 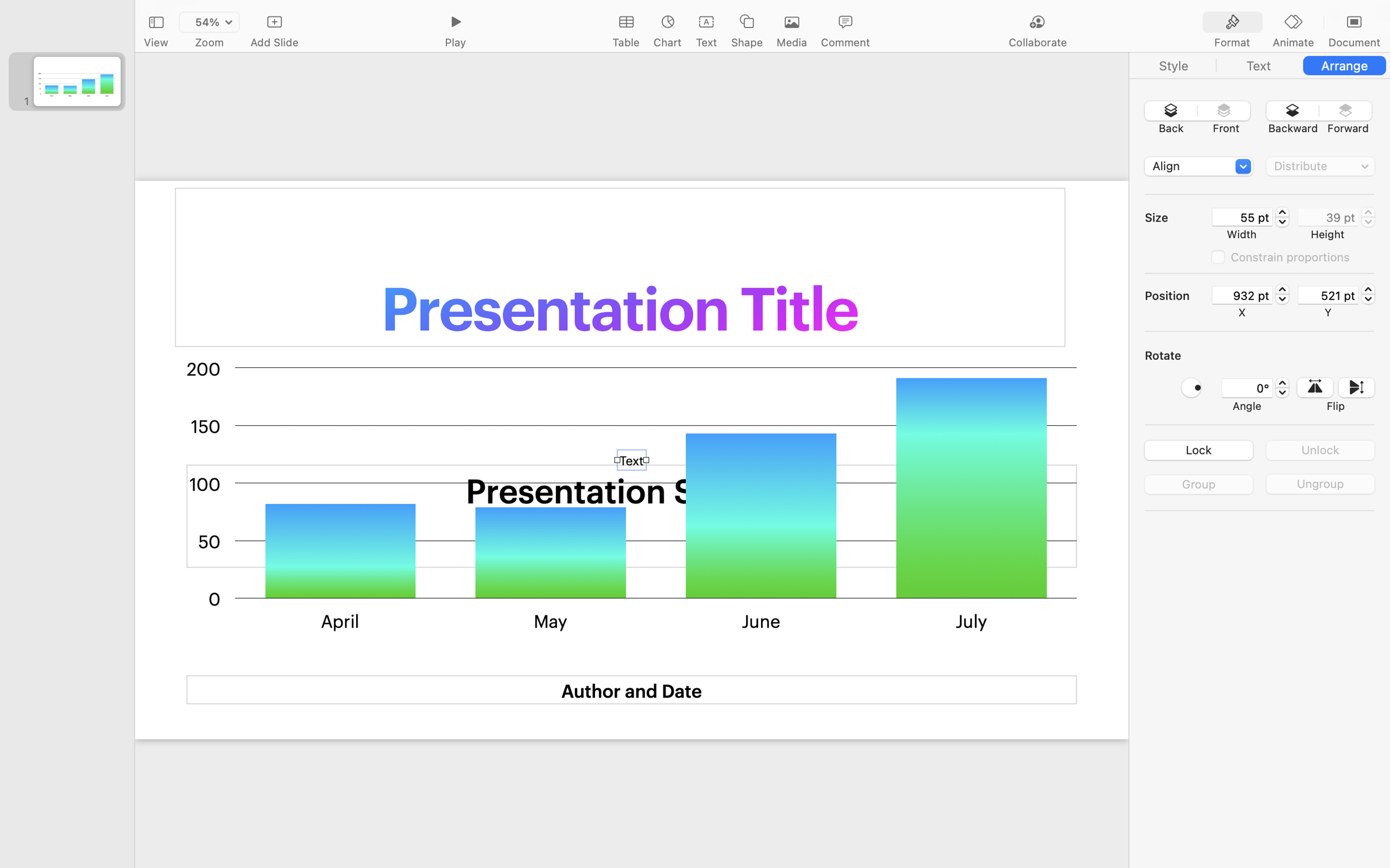 What do you see at coordinates (1231, 42) in the screenshot?
I see `'Format'` at bounding box center [1231, 42].